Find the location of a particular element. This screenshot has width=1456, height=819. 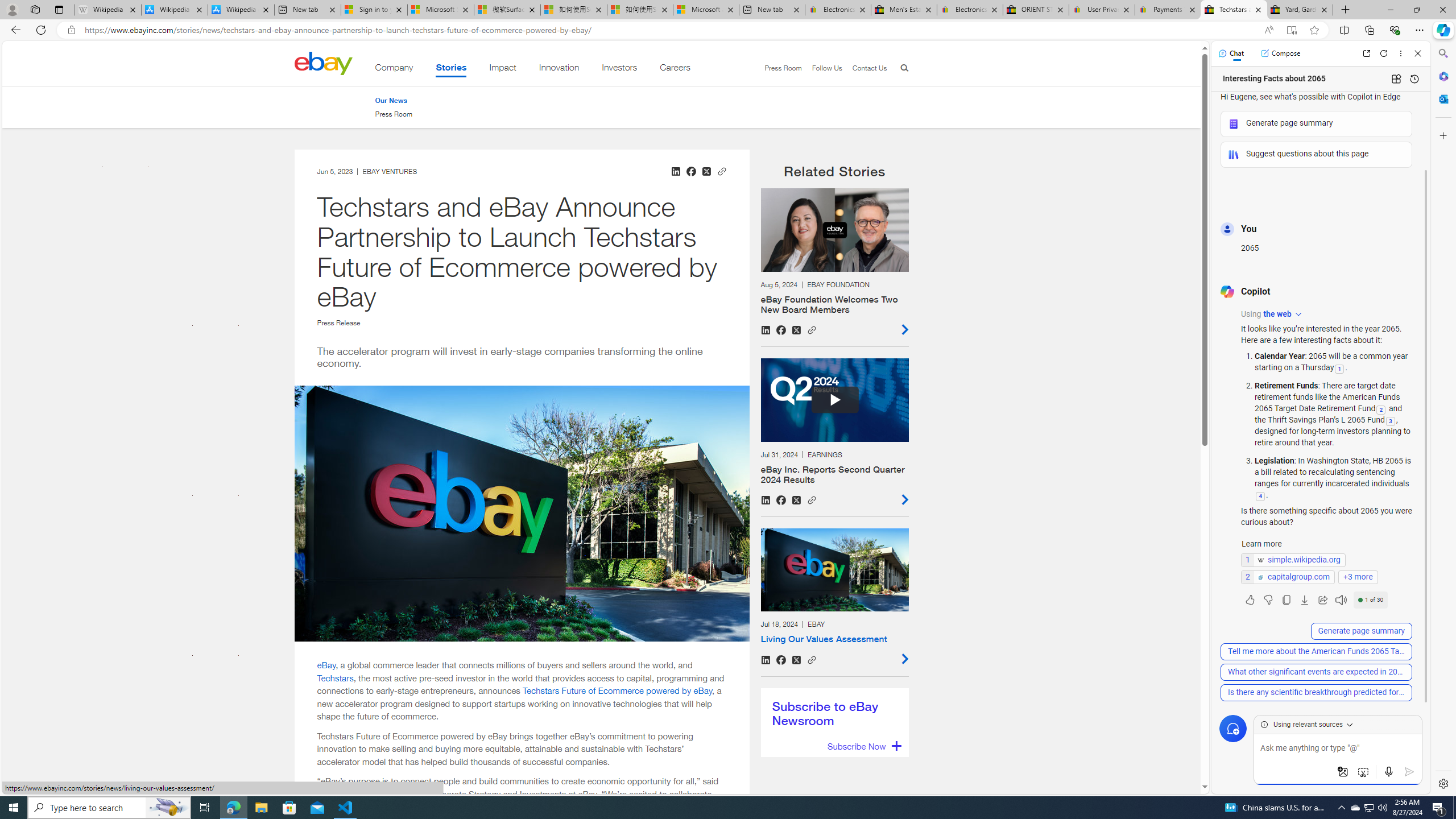

'Techstars' is located at coordinates (336, 677).